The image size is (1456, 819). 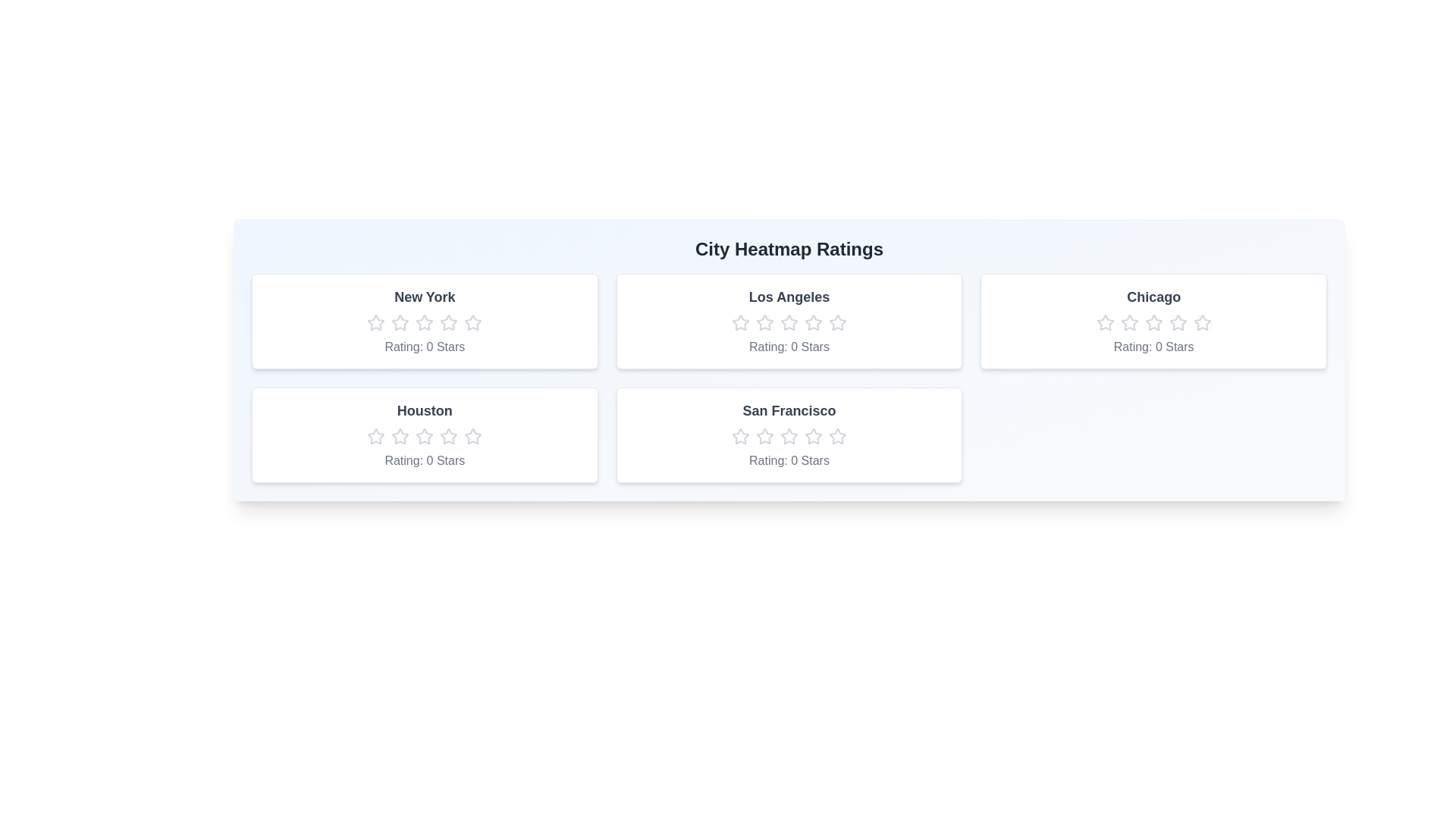 I want to click on the New York rating star number 1, so click(x=376, y=322).